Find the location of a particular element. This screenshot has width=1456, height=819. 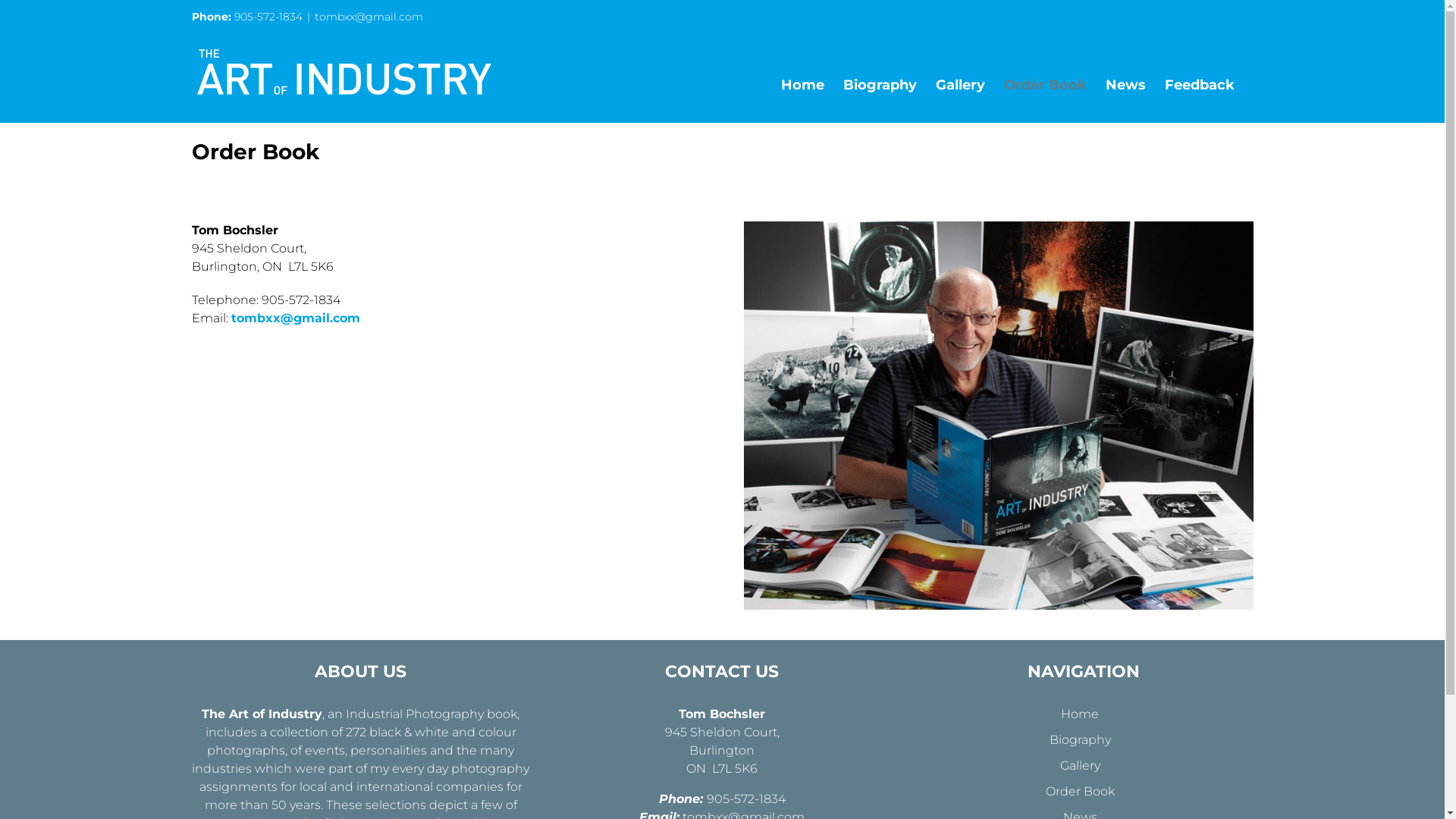

'Home' is located at coordinates (1079, 714).